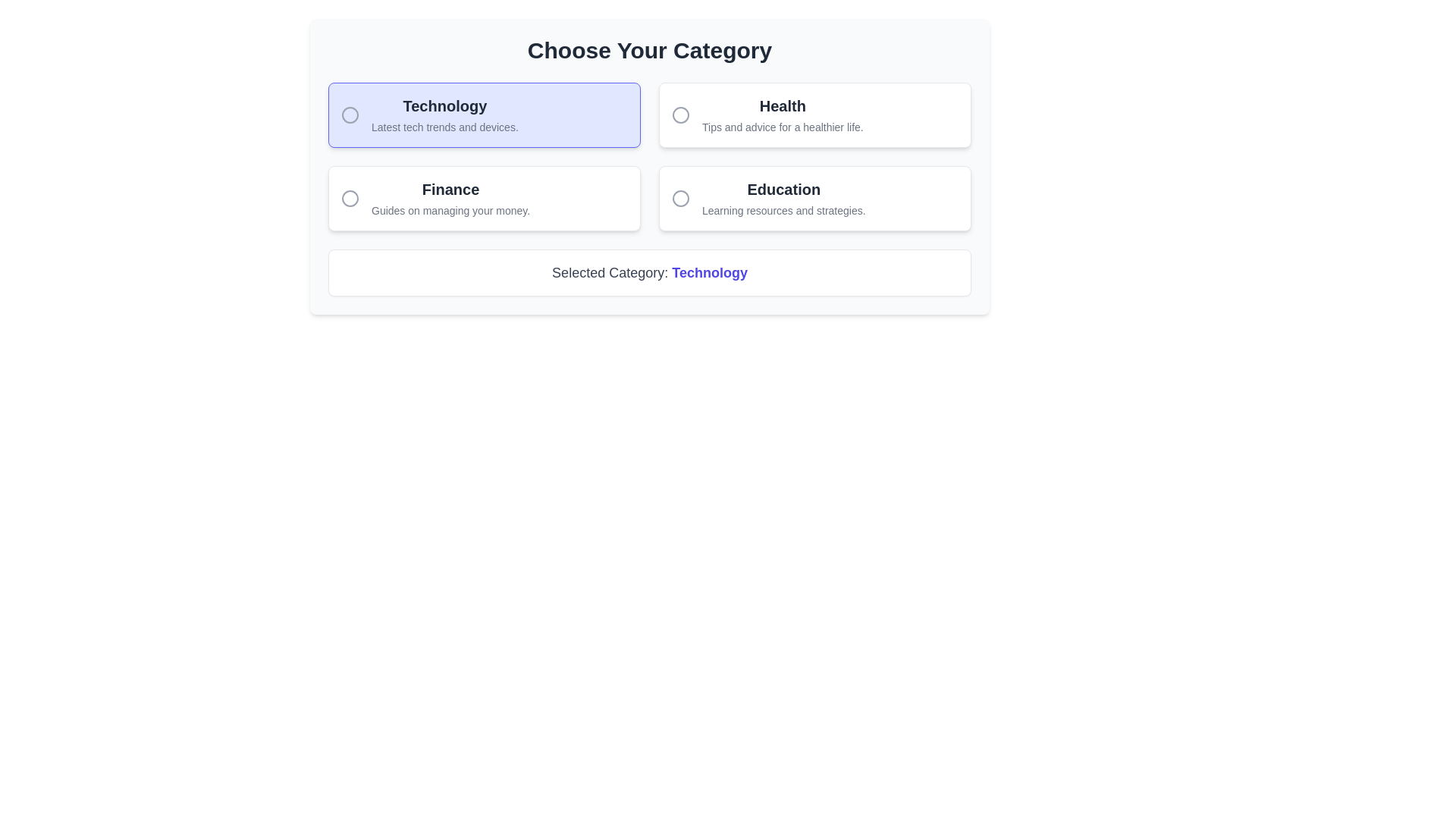 The height and width of the screenshot is (819, 1456). What do you see at coordinates (349, 114) in the screenshot?
I see `the central SVG circle within the 'Technology' category icon, which serves as a visual representation for selection` at bounding box center [349, 114].